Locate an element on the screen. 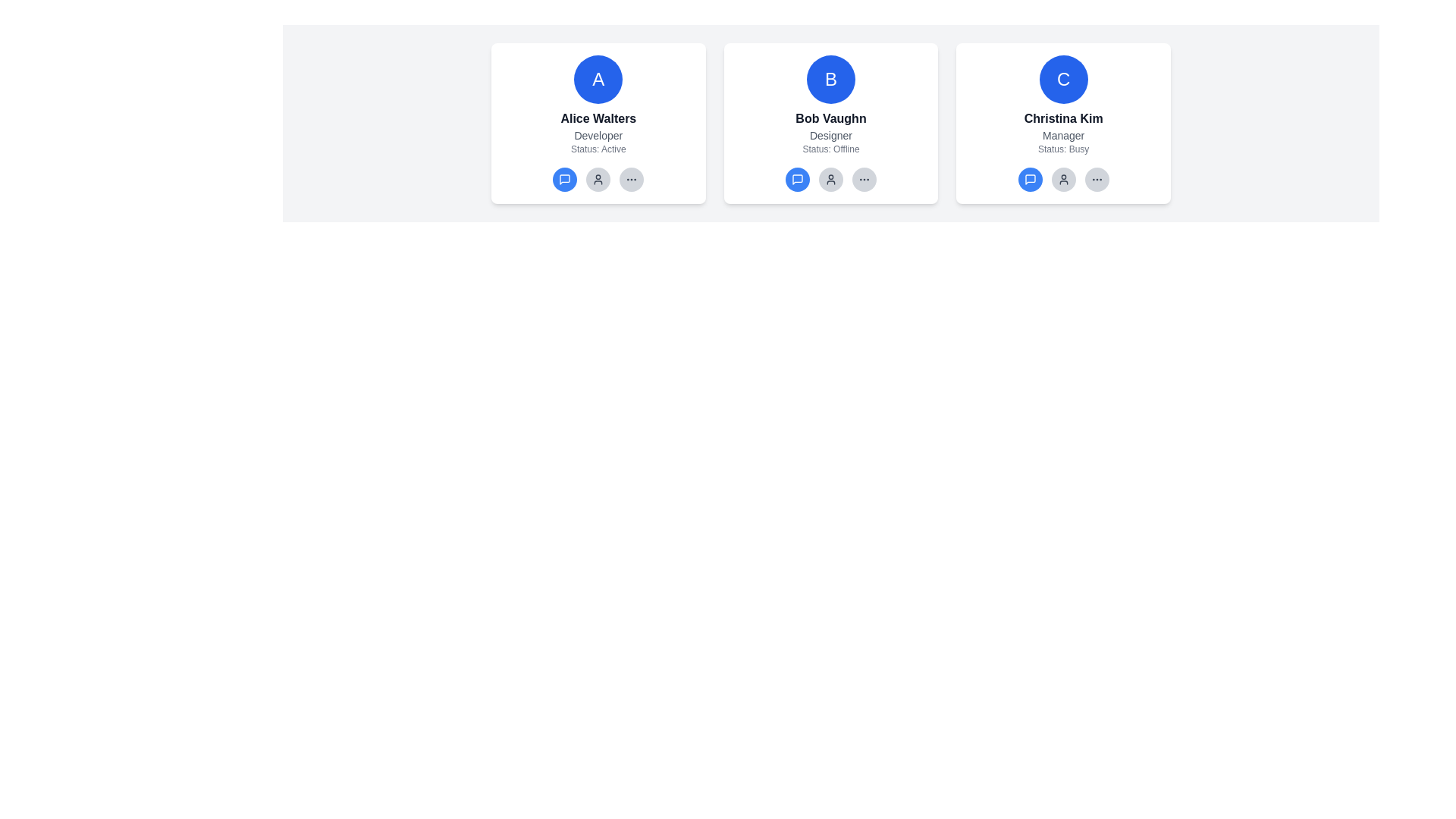 The image size is (1456, 819). the label displaying the name 'Bob Vaughn', which is the second text label in the card interface, located centrally beneath the icon with the letter 'B' is located at coordinates (830, 118).